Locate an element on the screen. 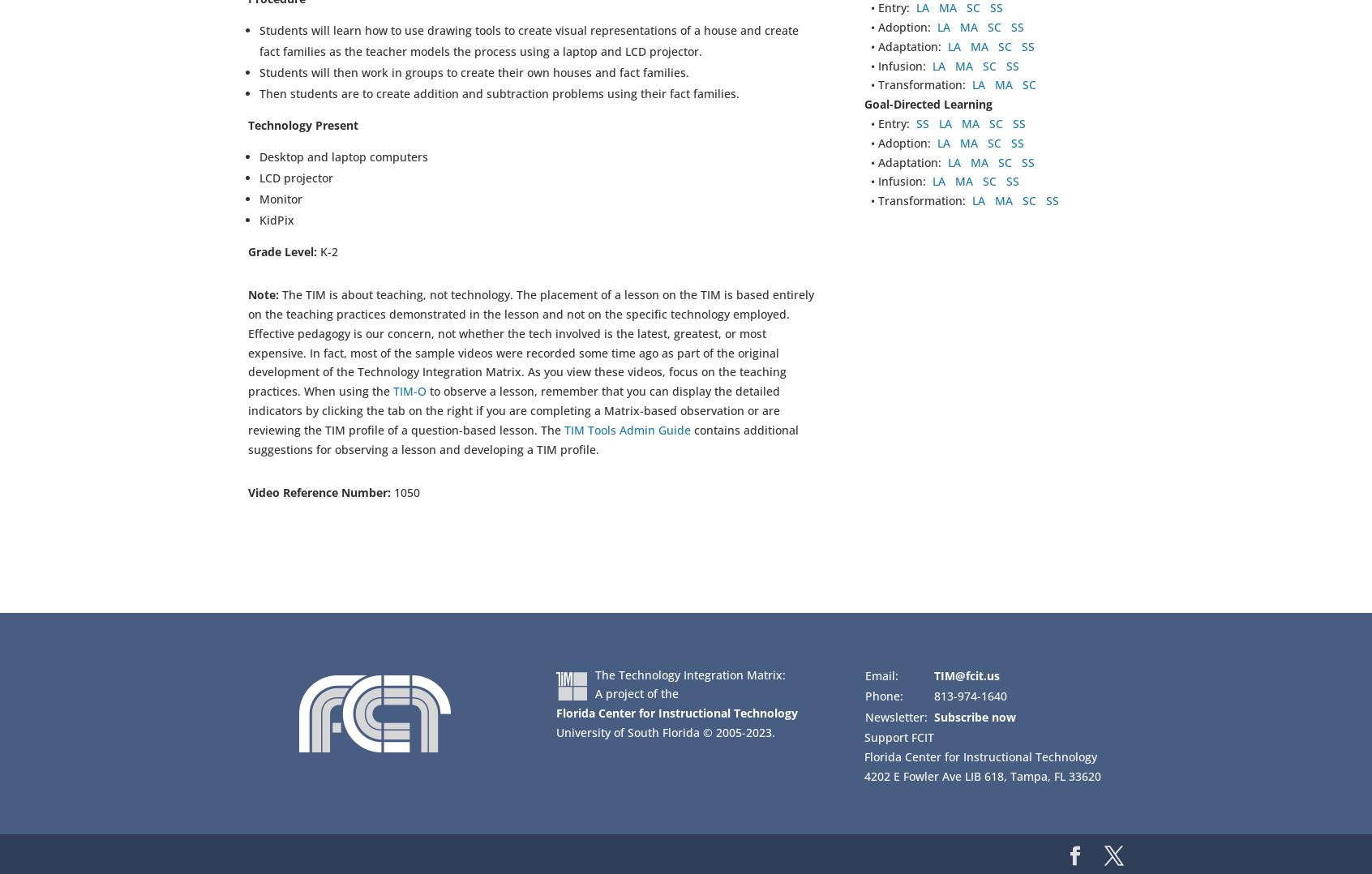  'Desktop and laptop computers' is located at coordinates (343, 155).